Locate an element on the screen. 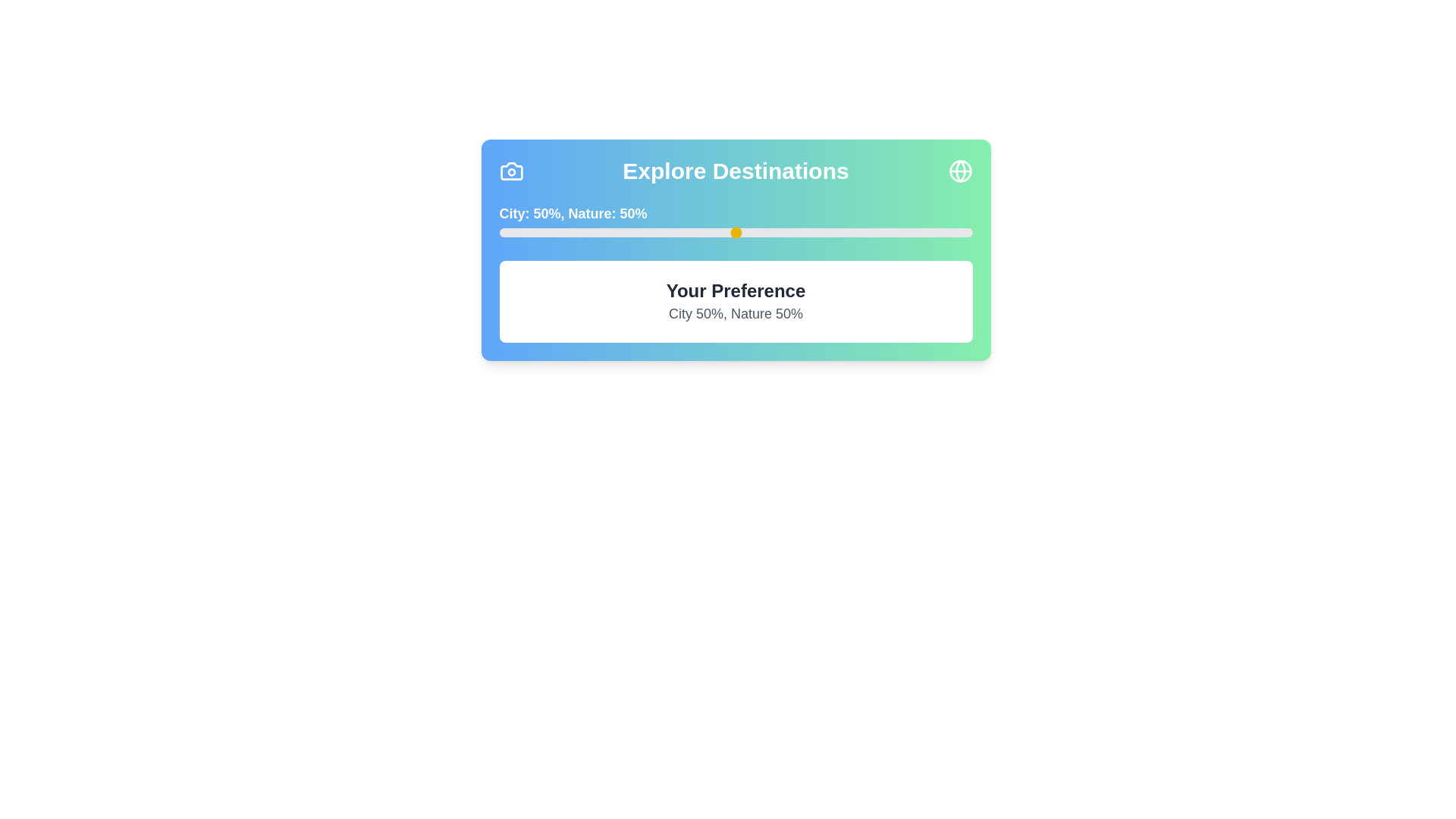 Image resolution: width=1456 pixels, height=819 pixels. the slider to set the Nature preference to 94% is located at coordinates (943, 233).